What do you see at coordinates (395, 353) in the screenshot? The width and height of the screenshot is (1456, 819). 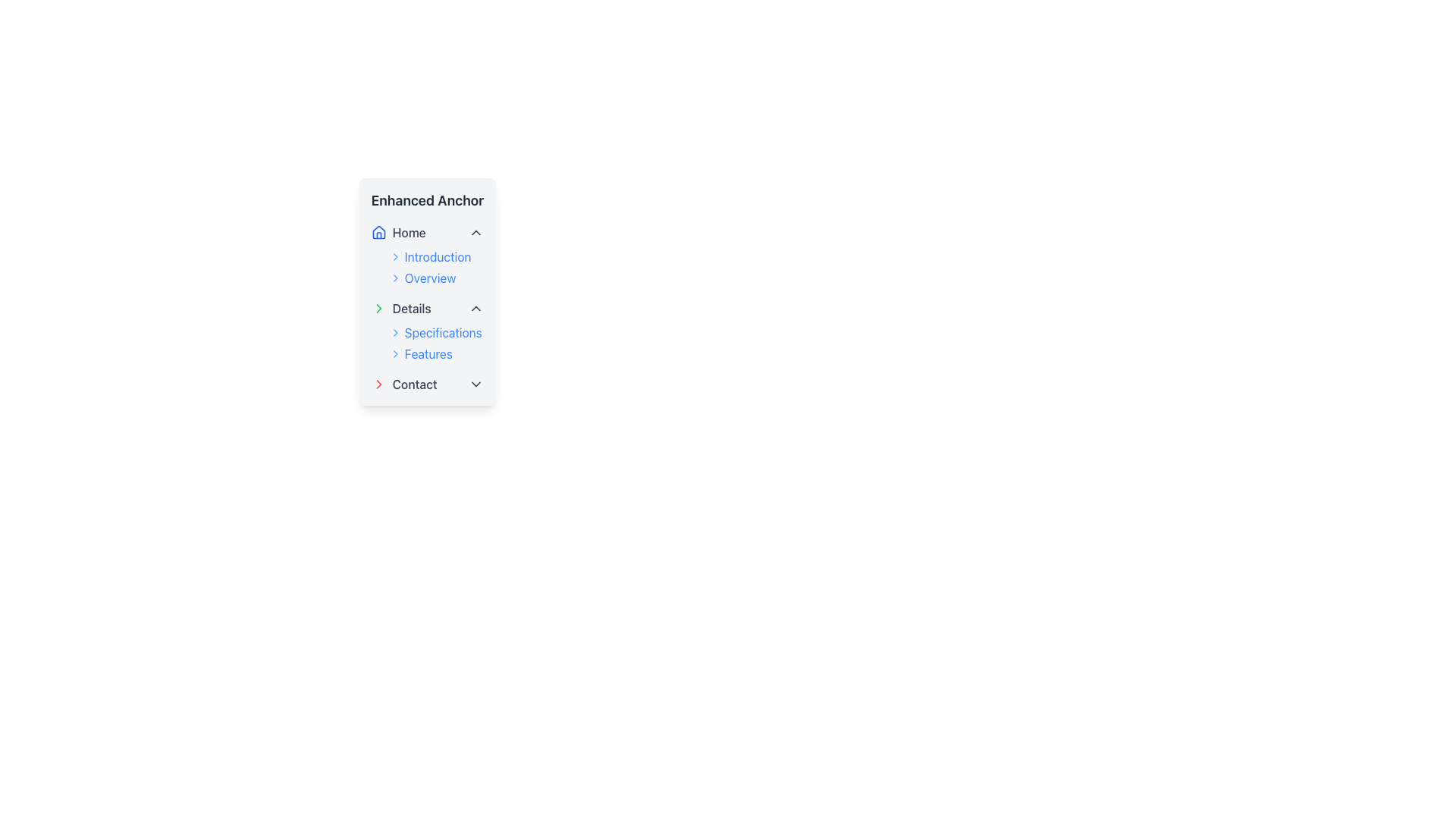 I see `the navigation icon to the left of the 'Features' text in the 'Details' sub-menu under 'Enhanced Anchor'` at bounding box center [395, 353].